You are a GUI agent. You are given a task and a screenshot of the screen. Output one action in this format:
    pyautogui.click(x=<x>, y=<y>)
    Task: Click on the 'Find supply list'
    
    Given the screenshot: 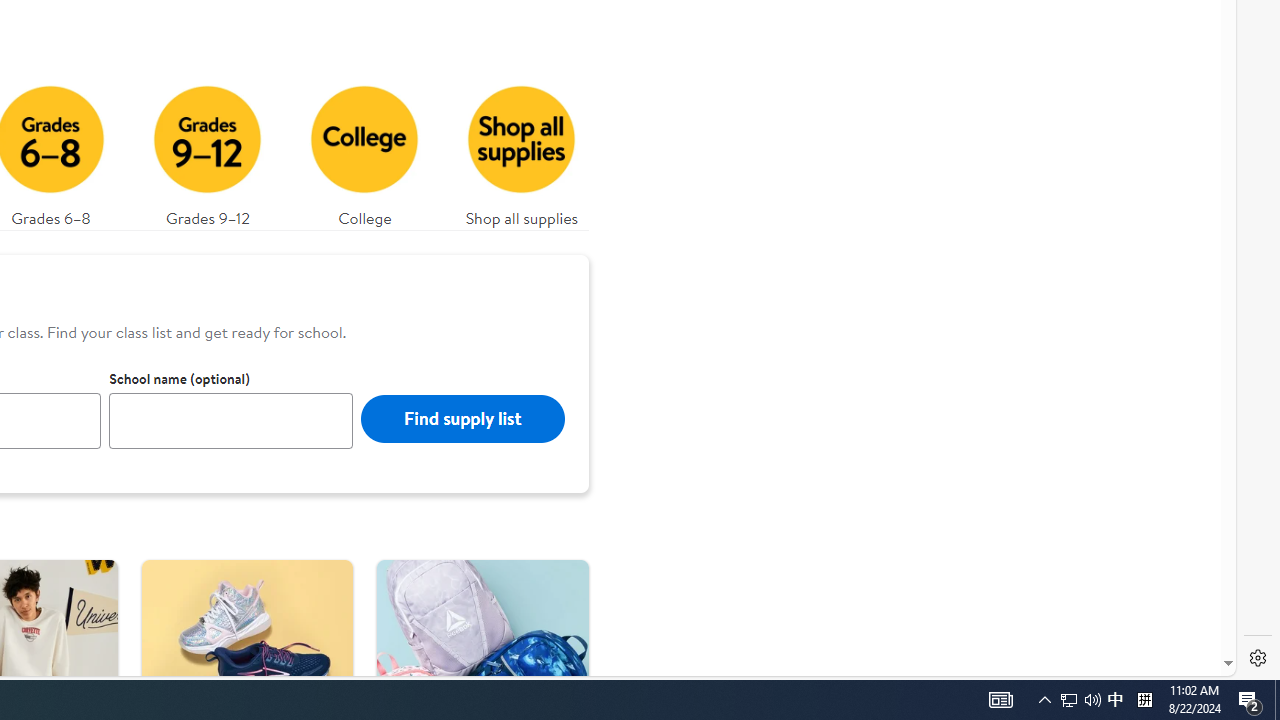 What is the action you would take?
    pyautogui.click(x=461, y=417)
    